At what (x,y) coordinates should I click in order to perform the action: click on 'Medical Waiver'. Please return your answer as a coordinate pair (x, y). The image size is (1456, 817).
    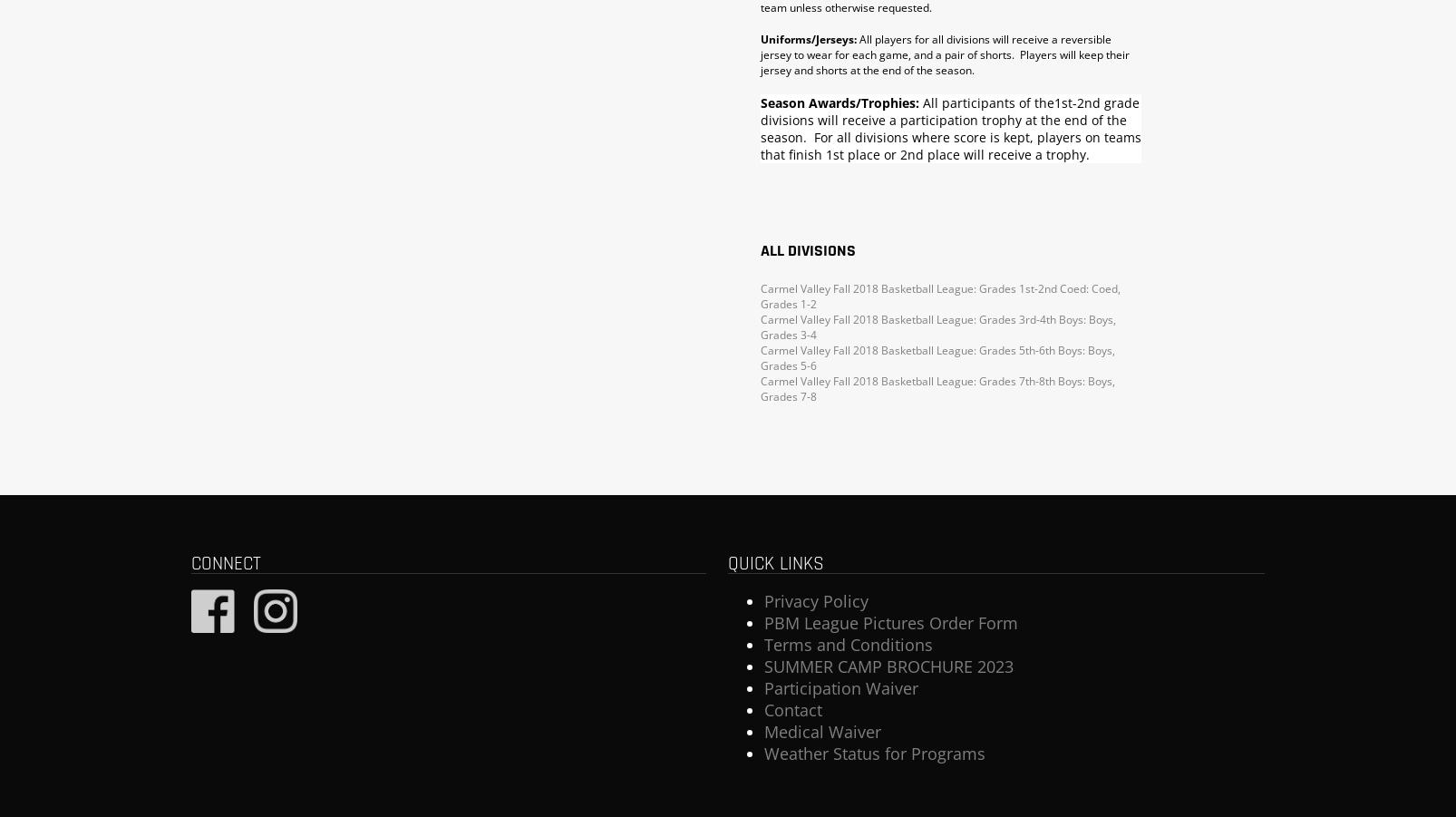
    Looking at the image, I should click on (821, 731).